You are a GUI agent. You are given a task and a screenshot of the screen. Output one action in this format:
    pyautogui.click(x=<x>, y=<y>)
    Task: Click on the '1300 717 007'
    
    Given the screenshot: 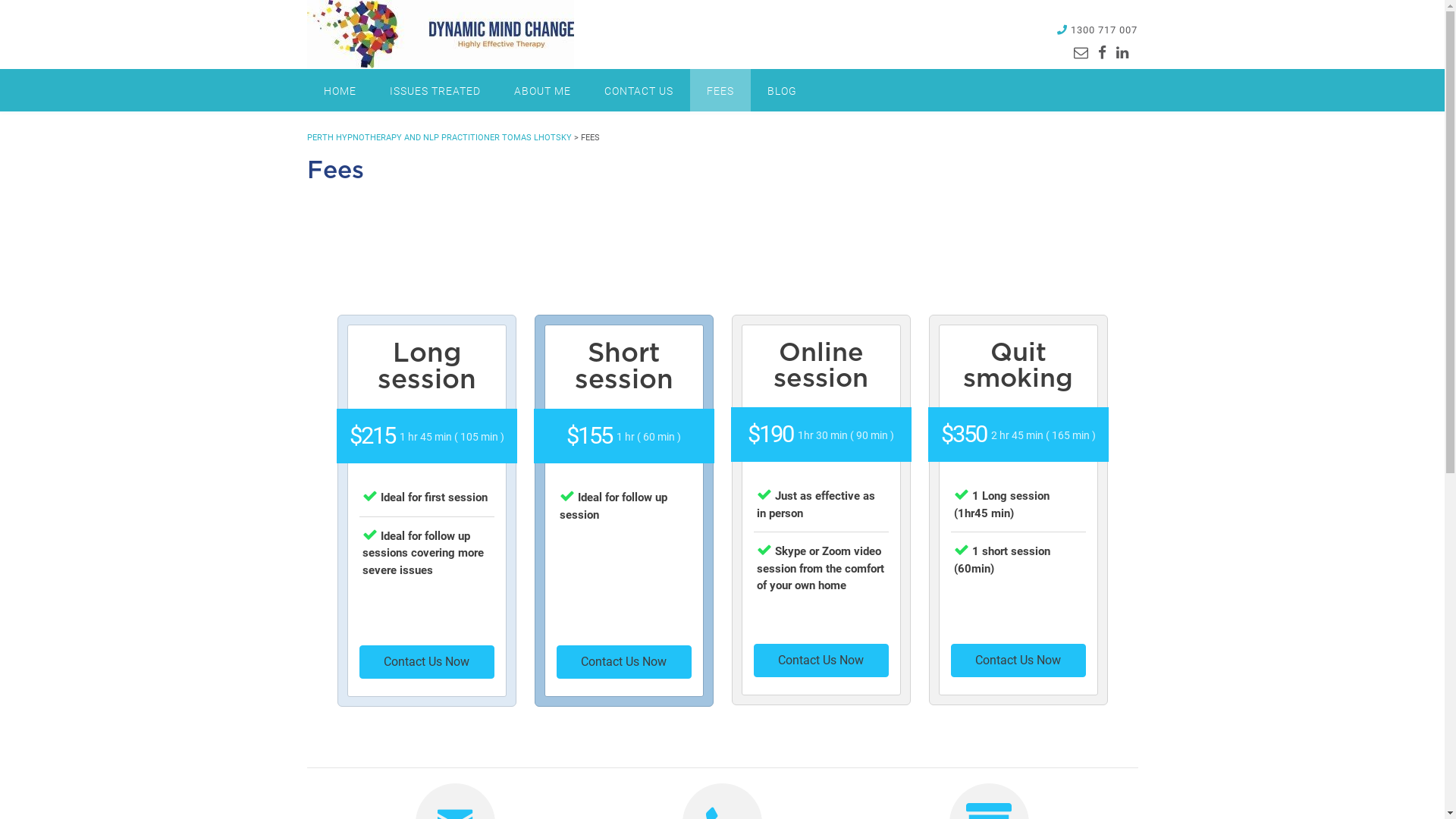 What is the action you would take?
    pyautogui.click(x=1103, y=30)
    